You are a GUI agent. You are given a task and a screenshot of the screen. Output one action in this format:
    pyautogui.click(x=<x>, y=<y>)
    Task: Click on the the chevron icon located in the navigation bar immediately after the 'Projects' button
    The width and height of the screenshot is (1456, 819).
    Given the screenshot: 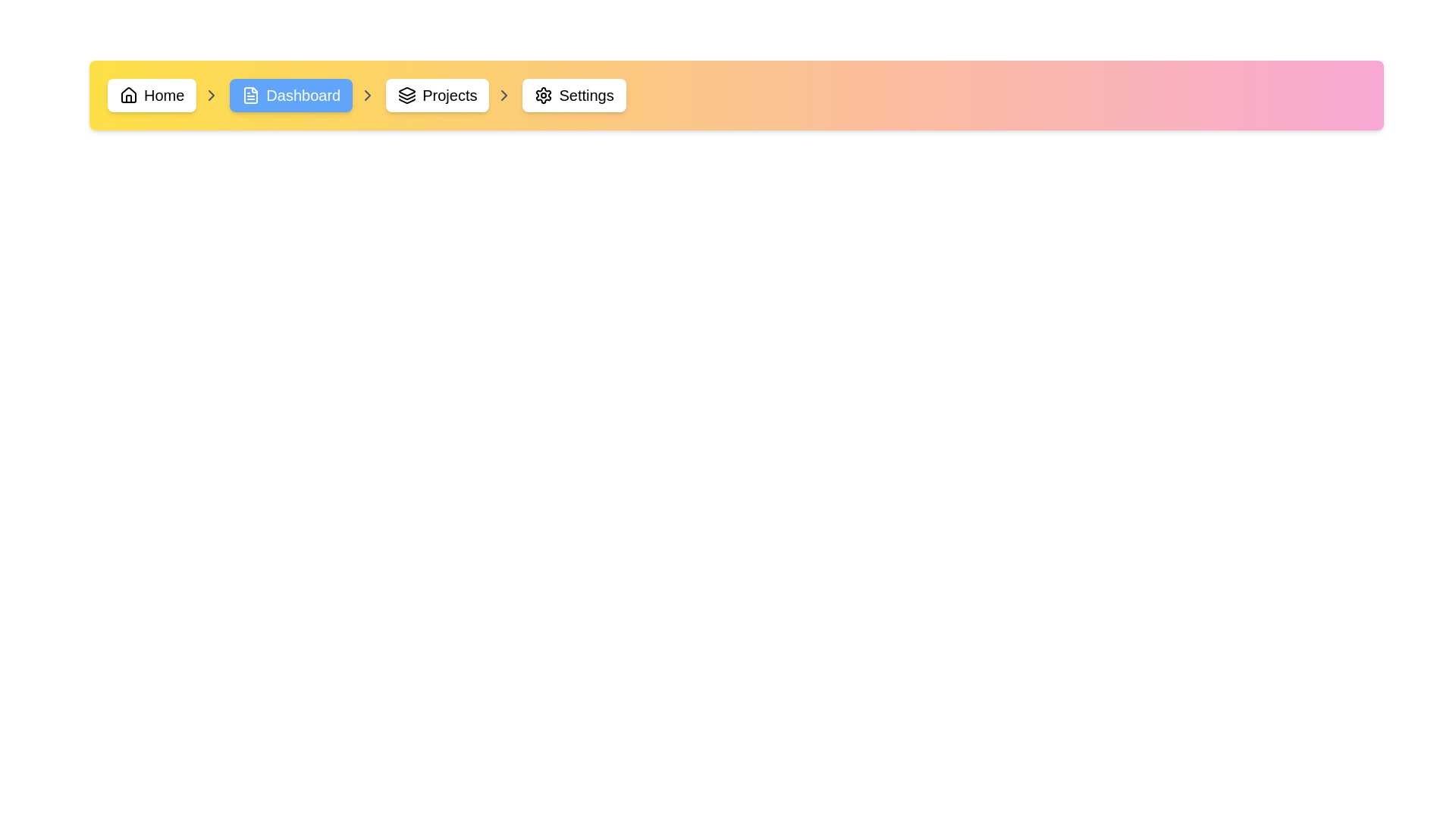 What is the action you would take?
    pyautogui.click(x=504, y=96)
    